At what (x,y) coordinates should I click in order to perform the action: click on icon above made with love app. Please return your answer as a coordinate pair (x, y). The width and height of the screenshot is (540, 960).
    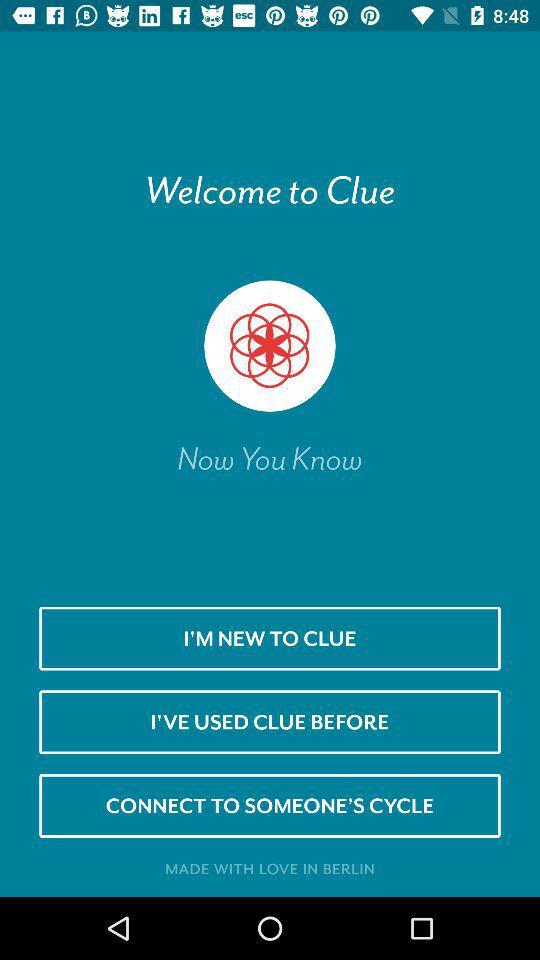
    Looking at the image, I should click on (270, 805).